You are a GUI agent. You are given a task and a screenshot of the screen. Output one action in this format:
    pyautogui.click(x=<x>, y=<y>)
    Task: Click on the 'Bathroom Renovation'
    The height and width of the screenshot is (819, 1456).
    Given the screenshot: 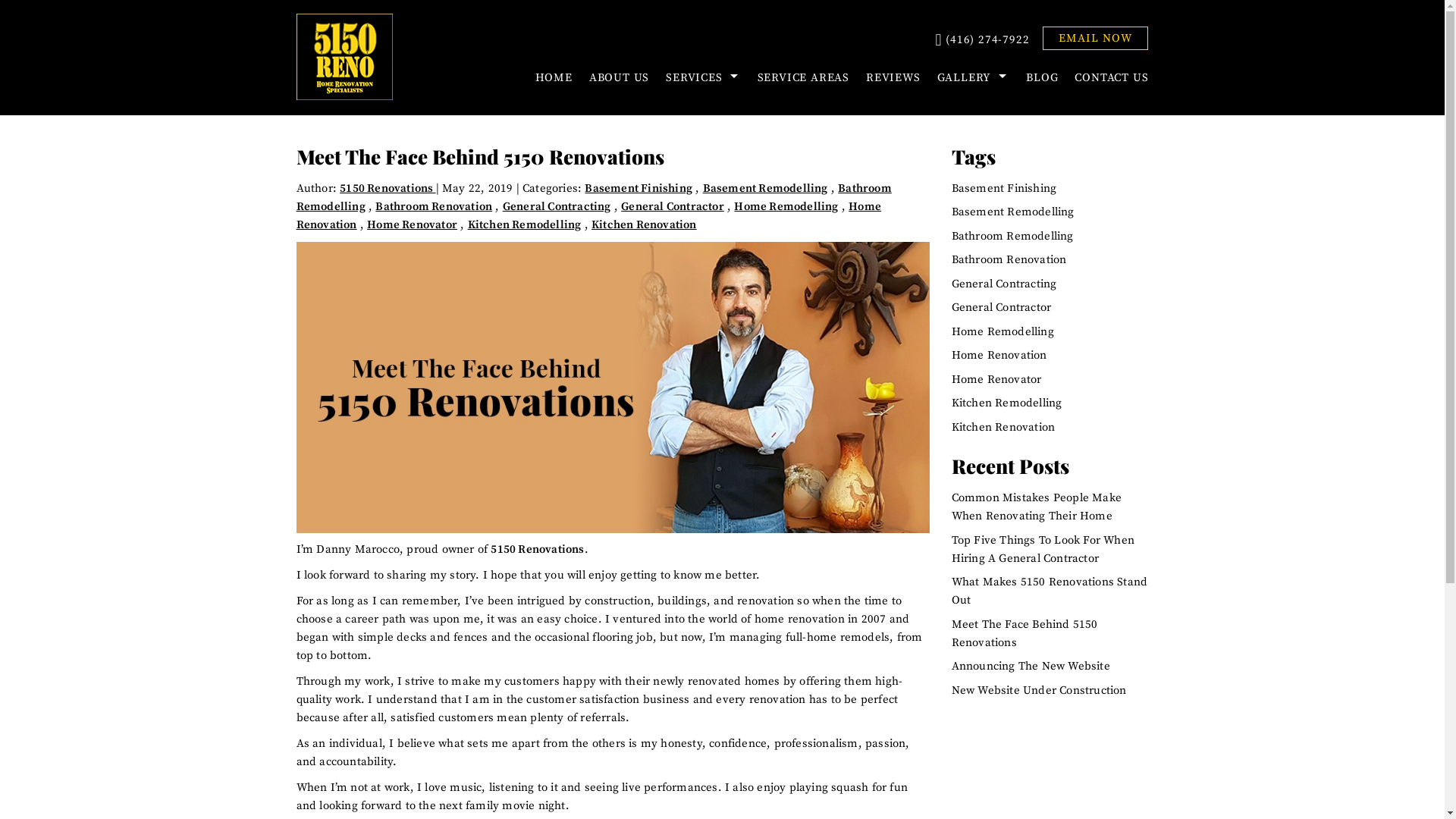 What is the action you would take?
    pyautogui.click(x=432, y=206)
    